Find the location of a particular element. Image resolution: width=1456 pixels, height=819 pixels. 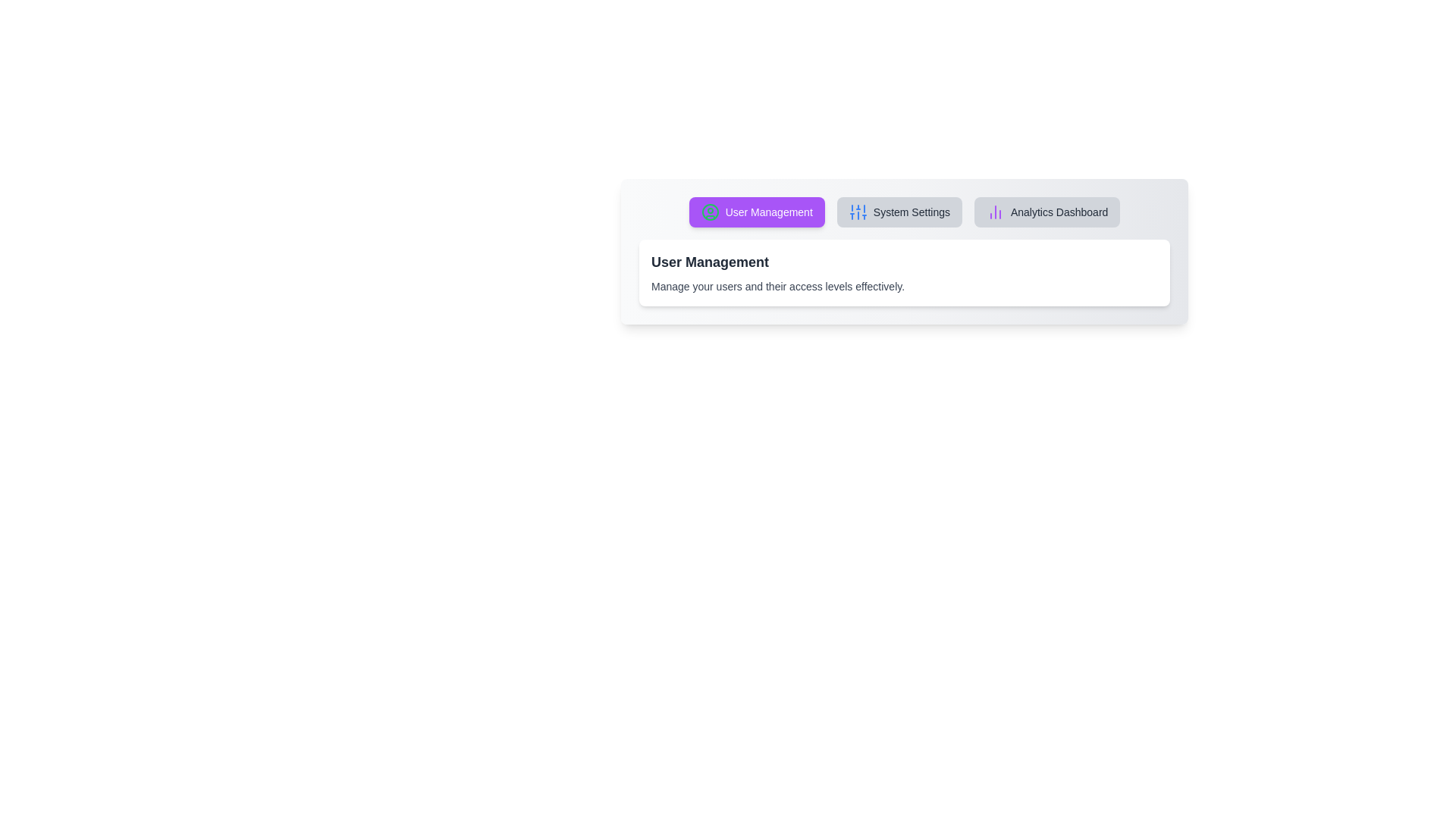

the tab labeled System Settings is located at coordinates (899, 212).